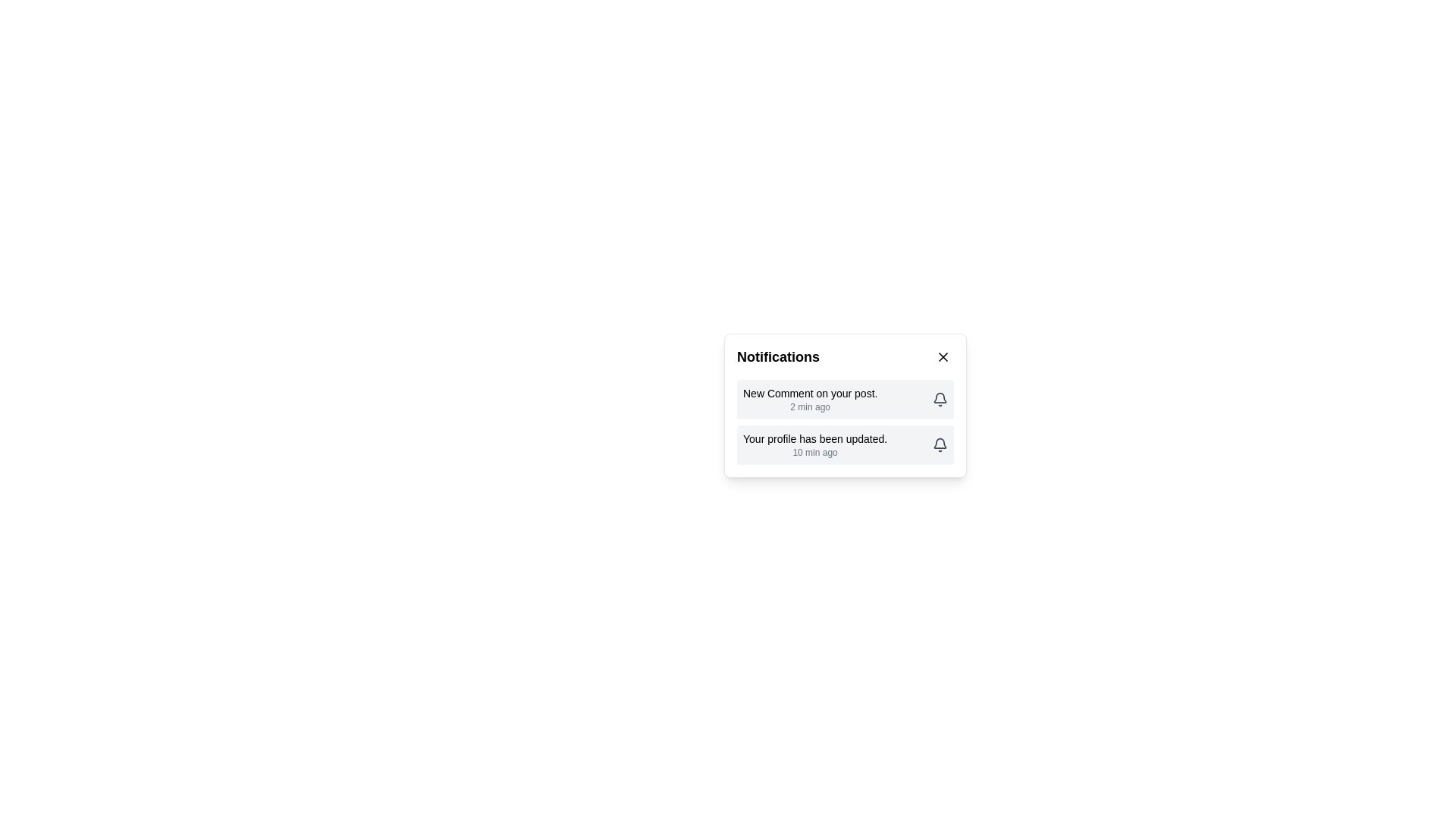 The width and height of the screenshot is (1456, 819). What do you see at coordinates (809, 393) in the screenshot?
I see `the static text element that displays 'New Comment on your post.' in the notifications panel` at bounding box center [809, 393].